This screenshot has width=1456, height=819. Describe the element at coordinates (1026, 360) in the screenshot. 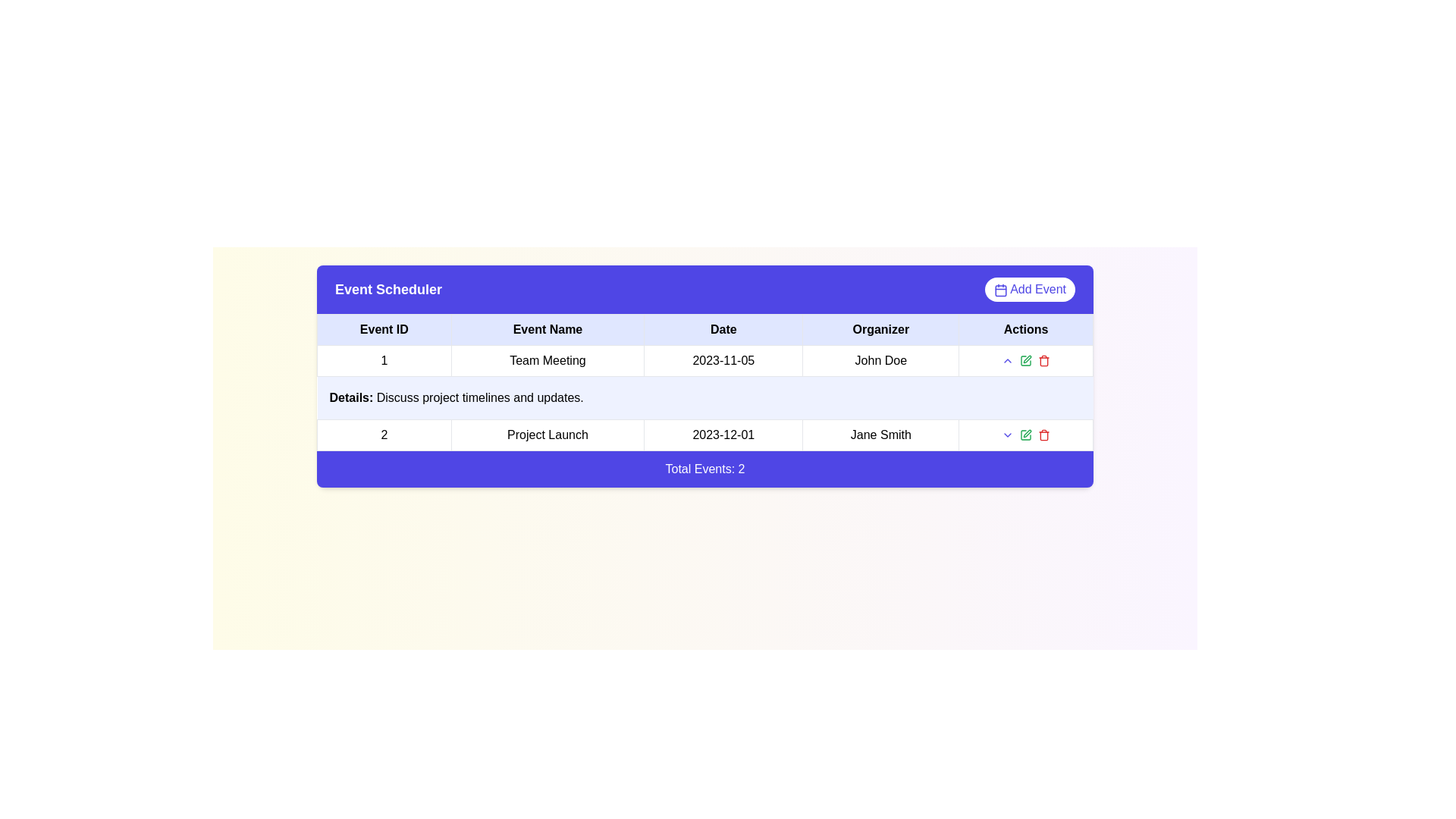

I see `the second green 'edit' button in the 'Actions' column of the 'Project Launch' event to modify the event's details` at that location.